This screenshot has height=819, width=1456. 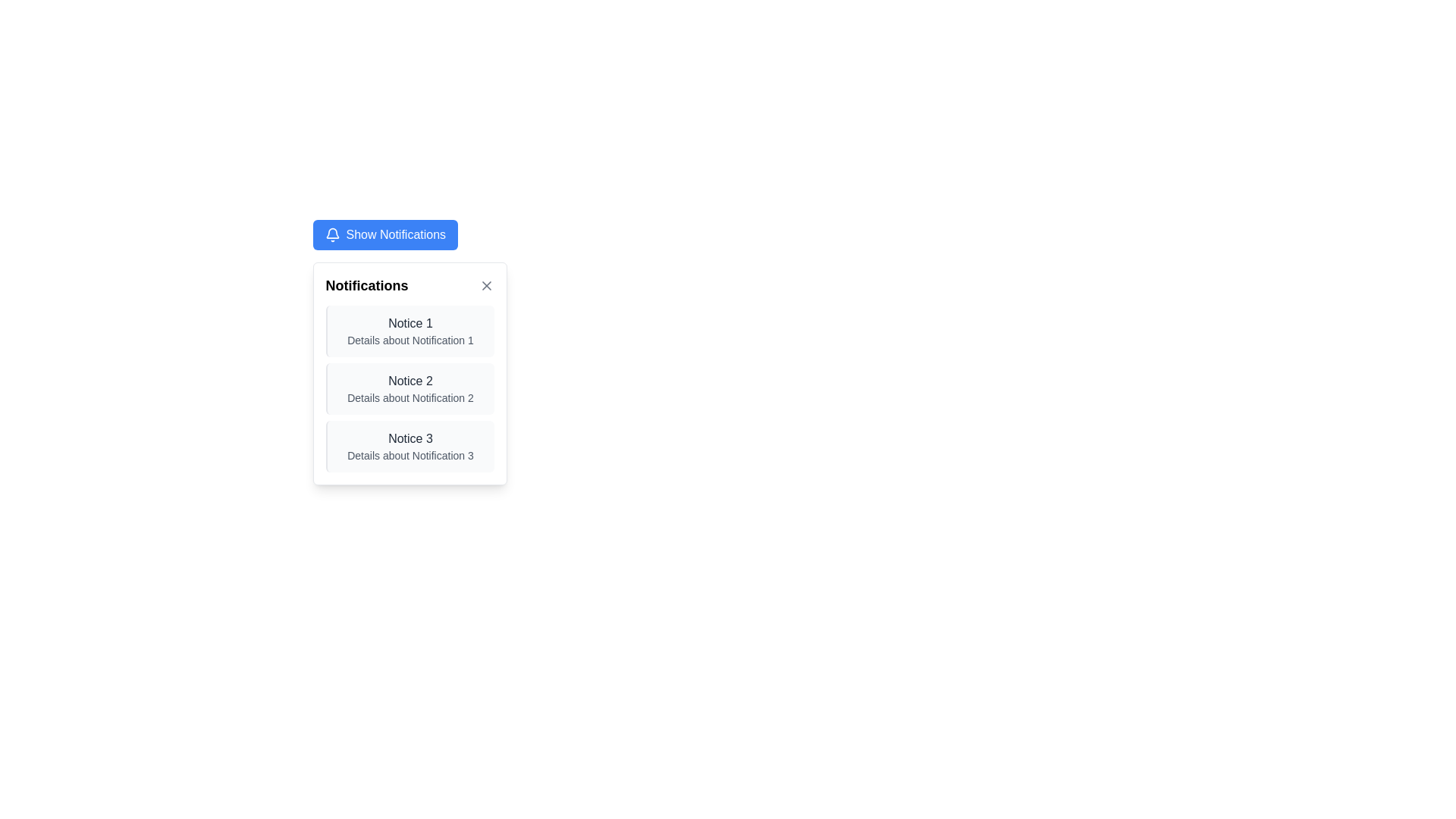 What do you see at coordinates (409, 388) in the screenshot?
I see `details of the Notification card displaying 'Notification 2', which is the second notification in a vertical list within the notification panel` at bounding box center [409, 388].